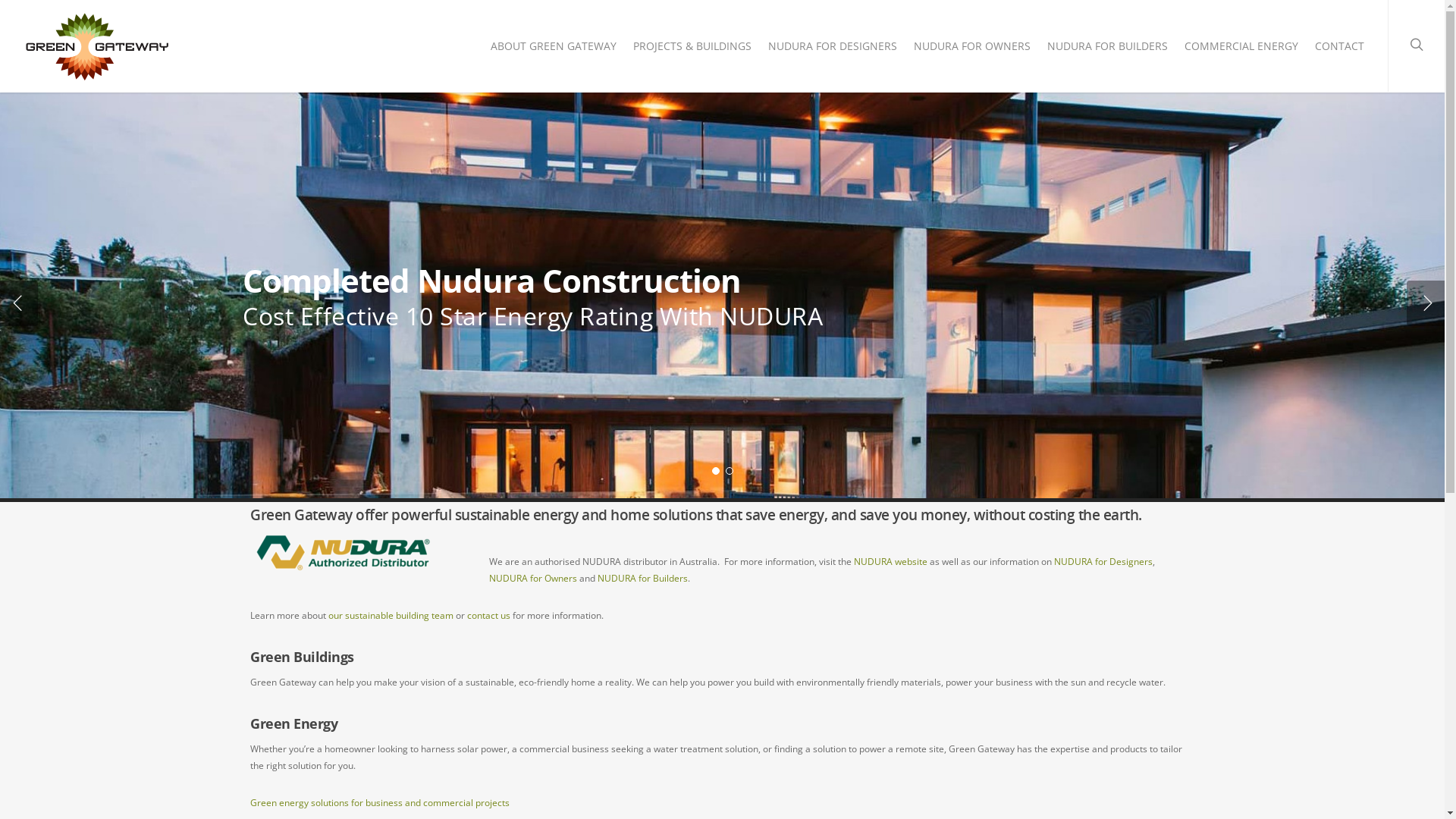  I want to click on 'NUDURA FOR DESIGNERS', so click(761, 49).